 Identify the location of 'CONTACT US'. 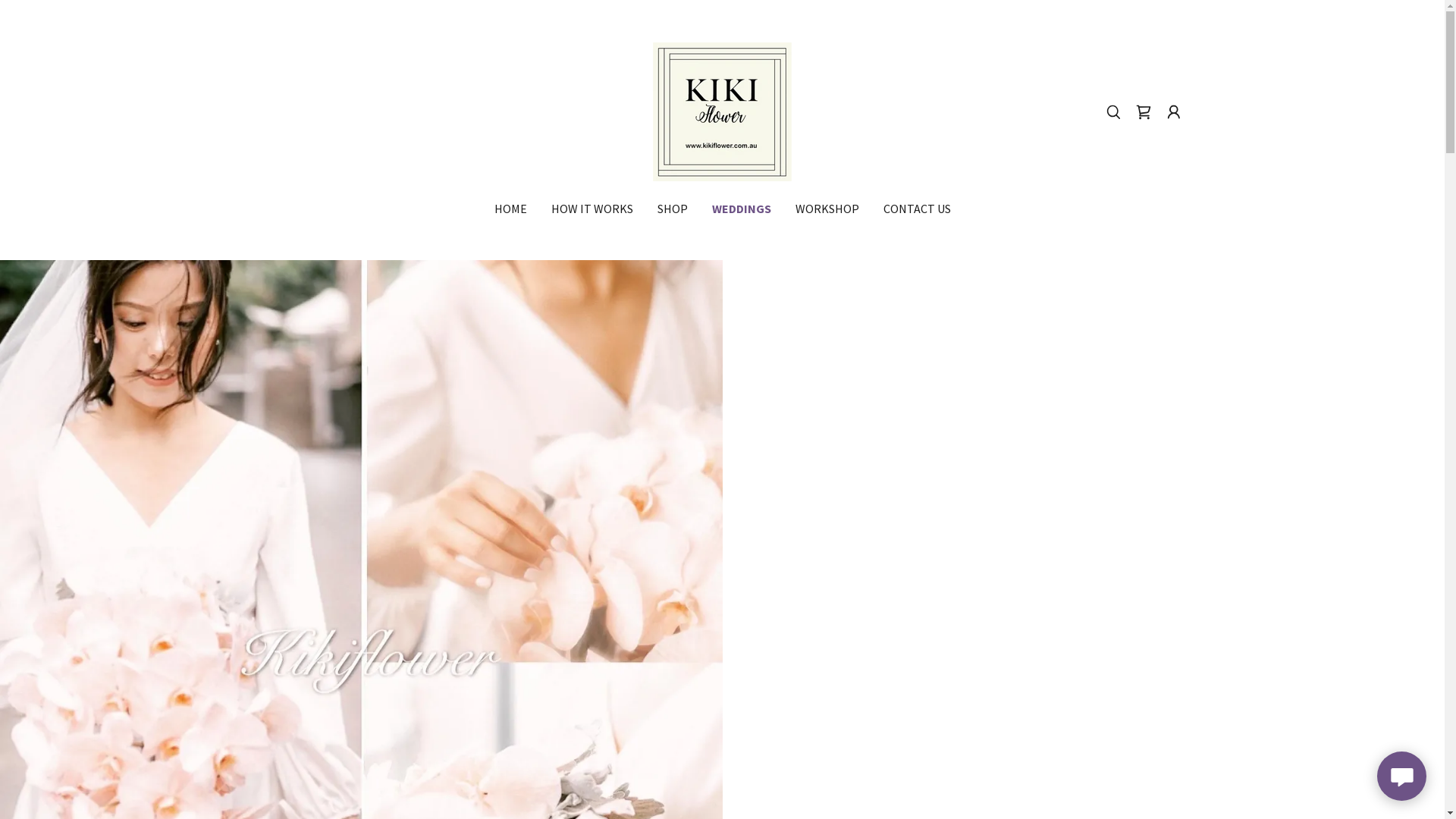
(915, 208).